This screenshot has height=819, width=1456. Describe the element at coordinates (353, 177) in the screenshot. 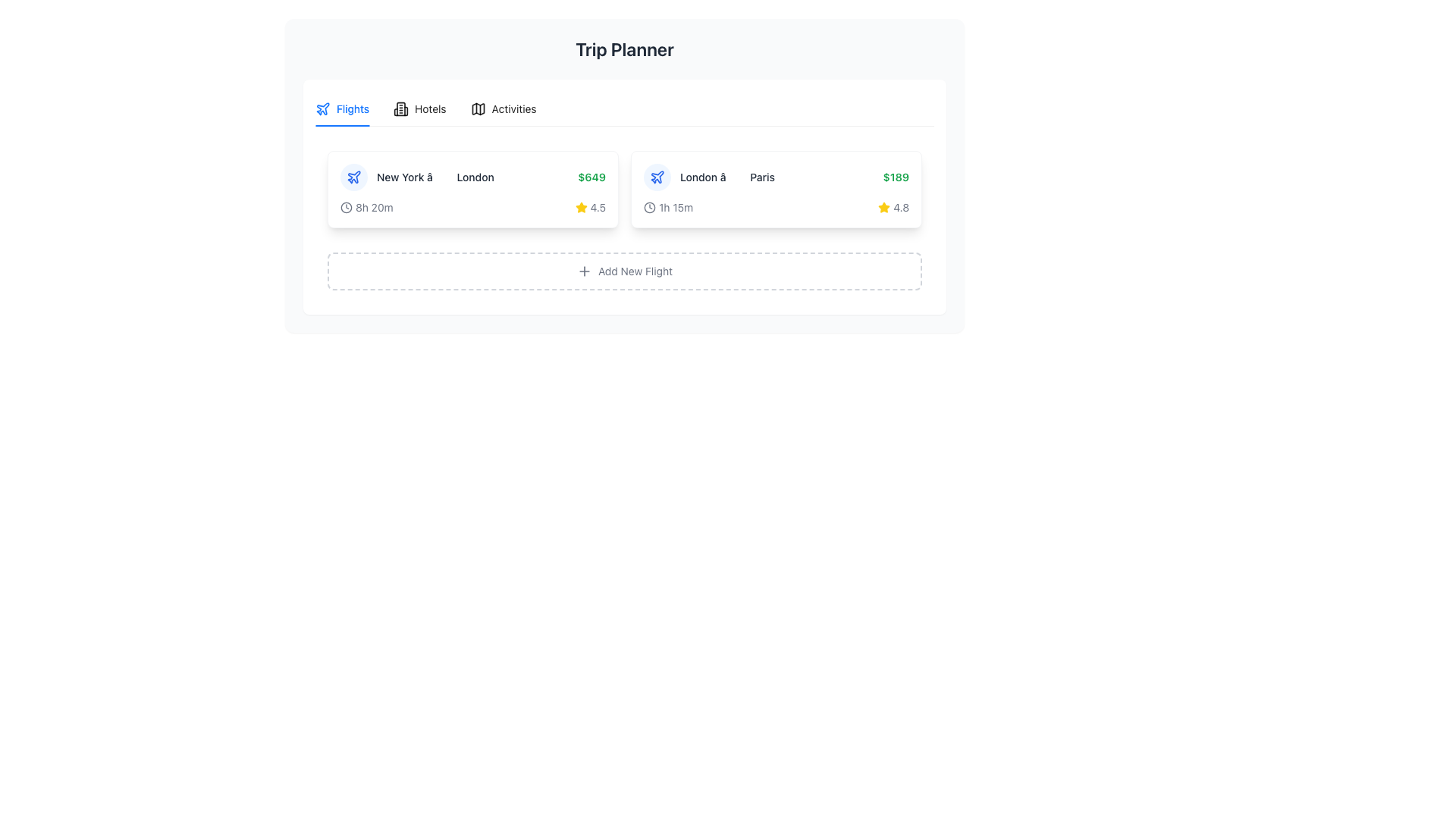

I see `the circular light blue icon featuring a blue airplane symbol, which is positioned to the left of the text 'New York â†’ London' within the flight details section` at that location.